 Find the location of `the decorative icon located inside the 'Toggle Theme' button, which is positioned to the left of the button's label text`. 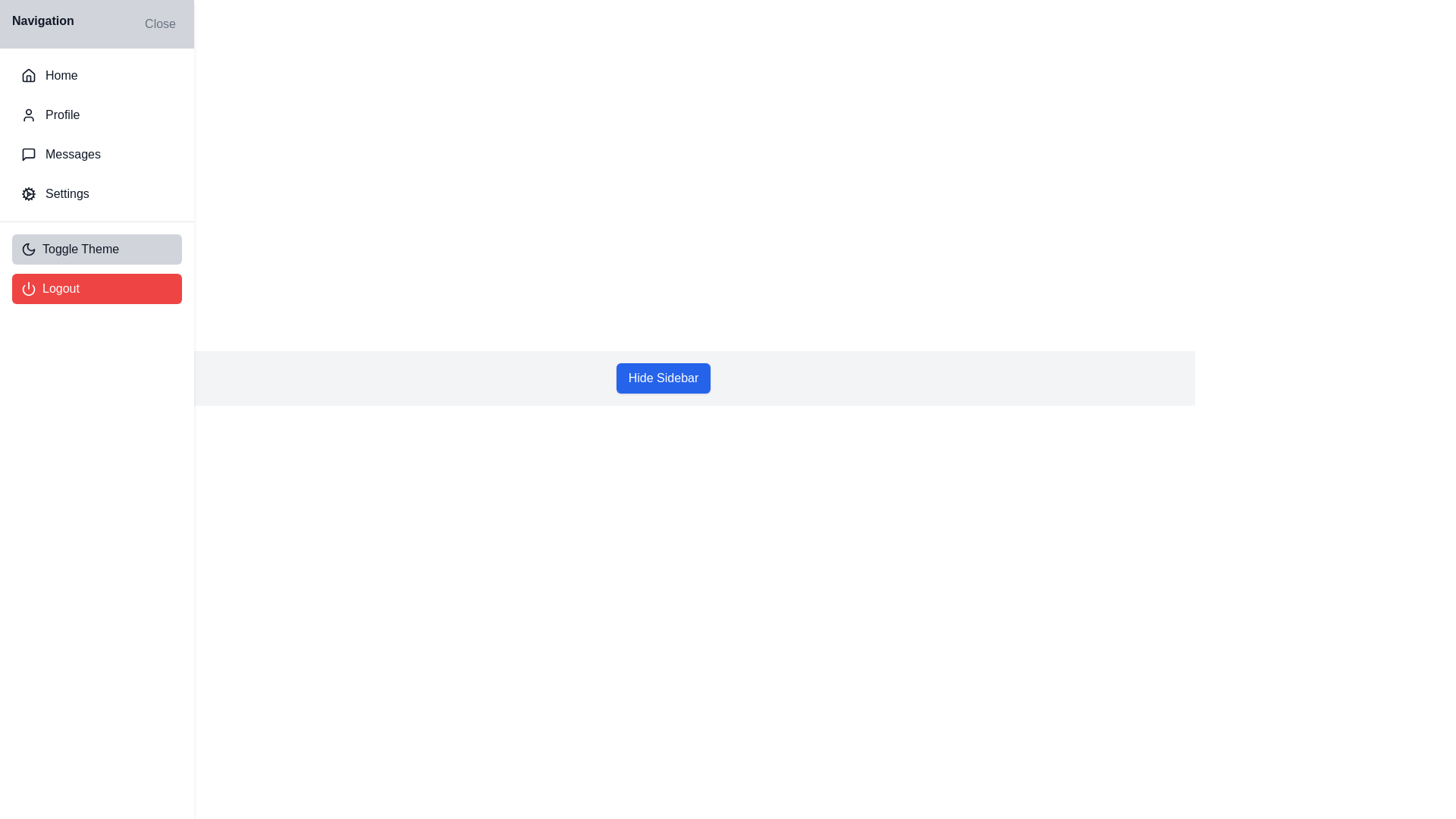

the decorative icon located inside the 'Toggle Theme' button, which is positioned to the left of the button's label text is located at coordinates (29, 248).